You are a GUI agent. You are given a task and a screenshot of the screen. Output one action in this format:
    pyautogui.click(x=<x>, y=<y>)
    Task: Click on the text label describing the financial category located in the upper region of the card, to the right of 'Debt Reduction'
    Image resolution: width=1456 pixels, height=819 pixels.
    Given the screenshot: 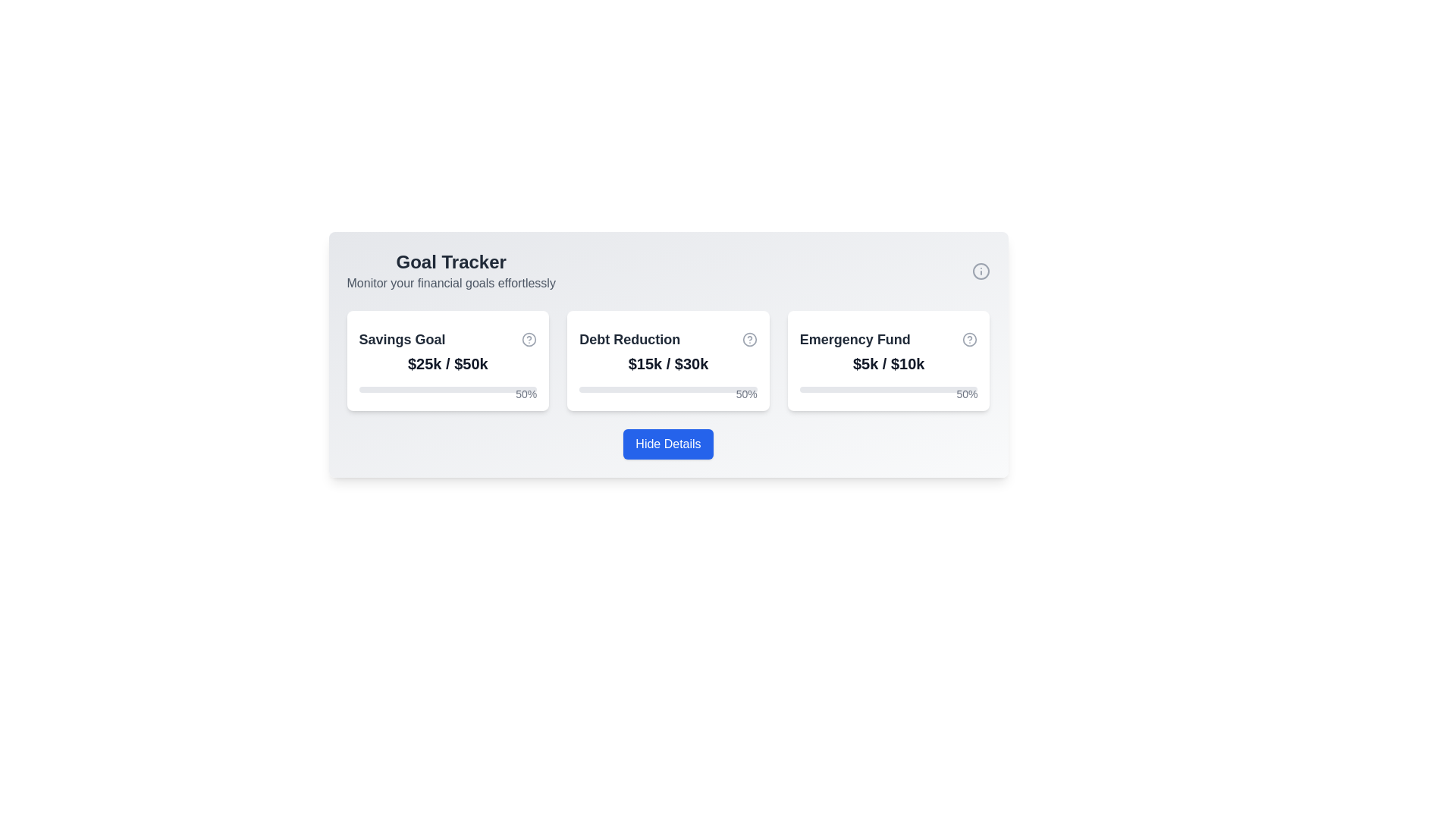 What is the action you would take?
    pyautogui.click(x=855, y=338)
    